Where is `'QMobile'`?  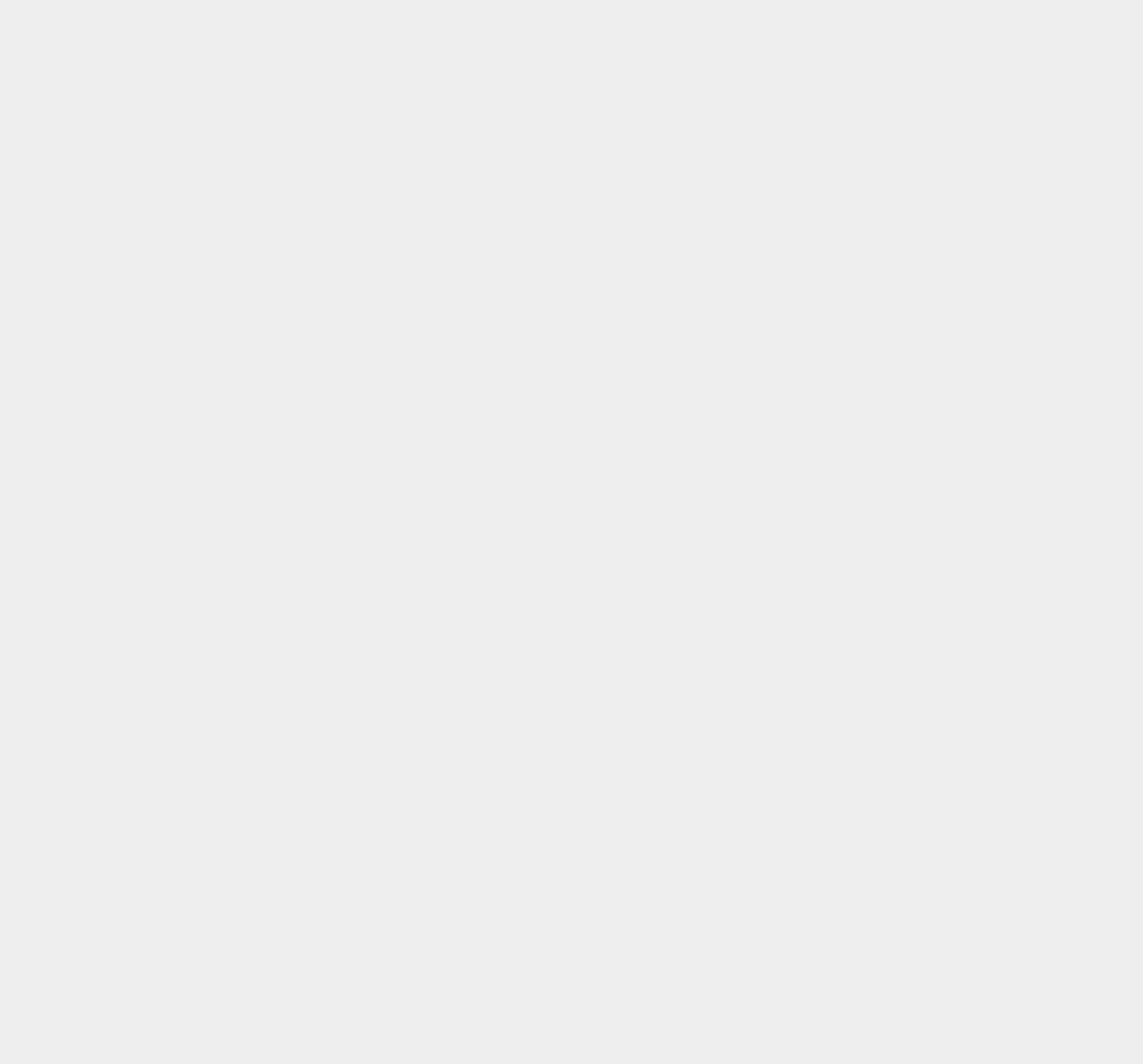
'QMobile' is located at coordinates (832, 767).